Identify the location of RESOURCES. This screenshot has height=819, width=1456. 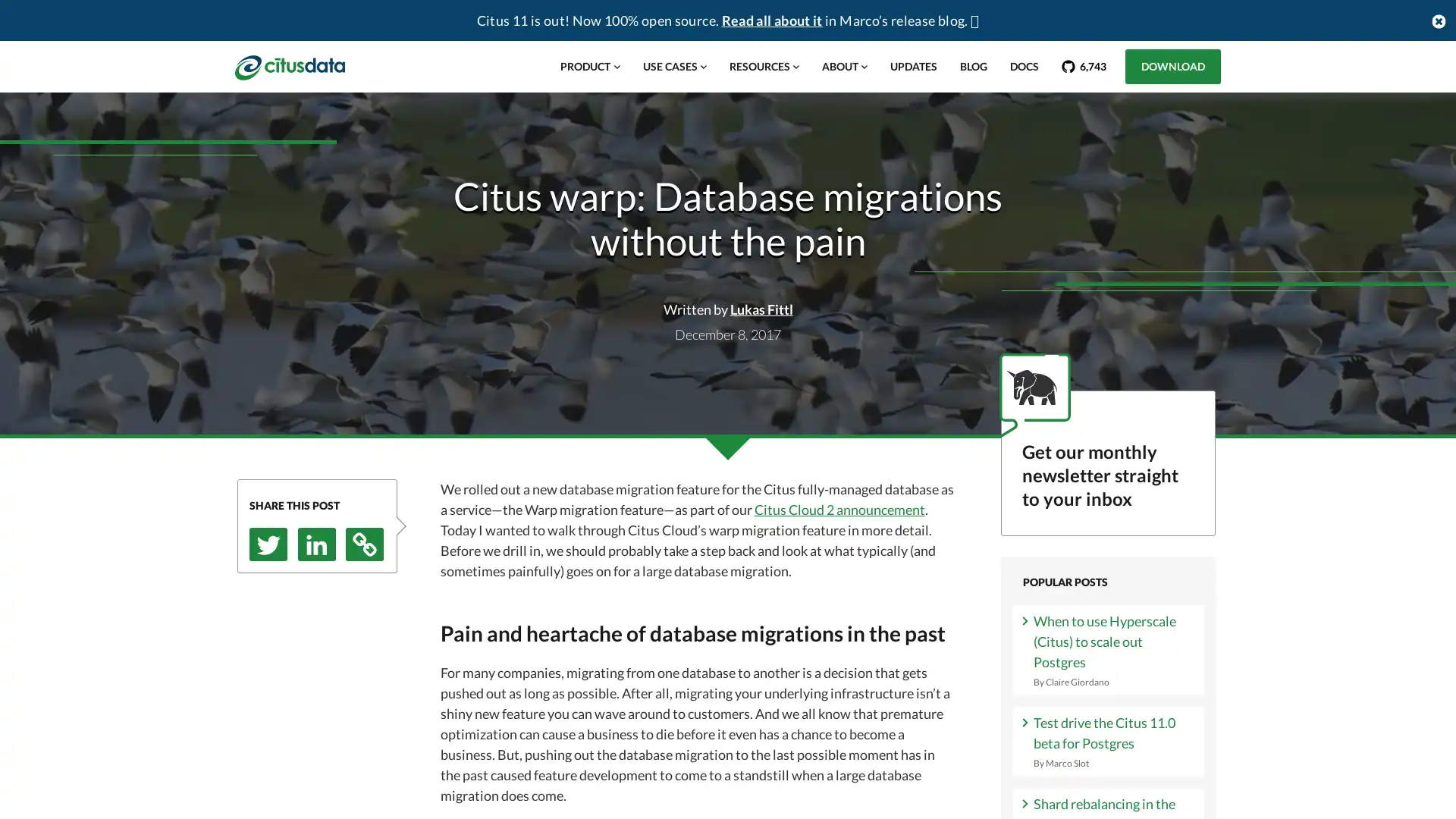
(764, 66).